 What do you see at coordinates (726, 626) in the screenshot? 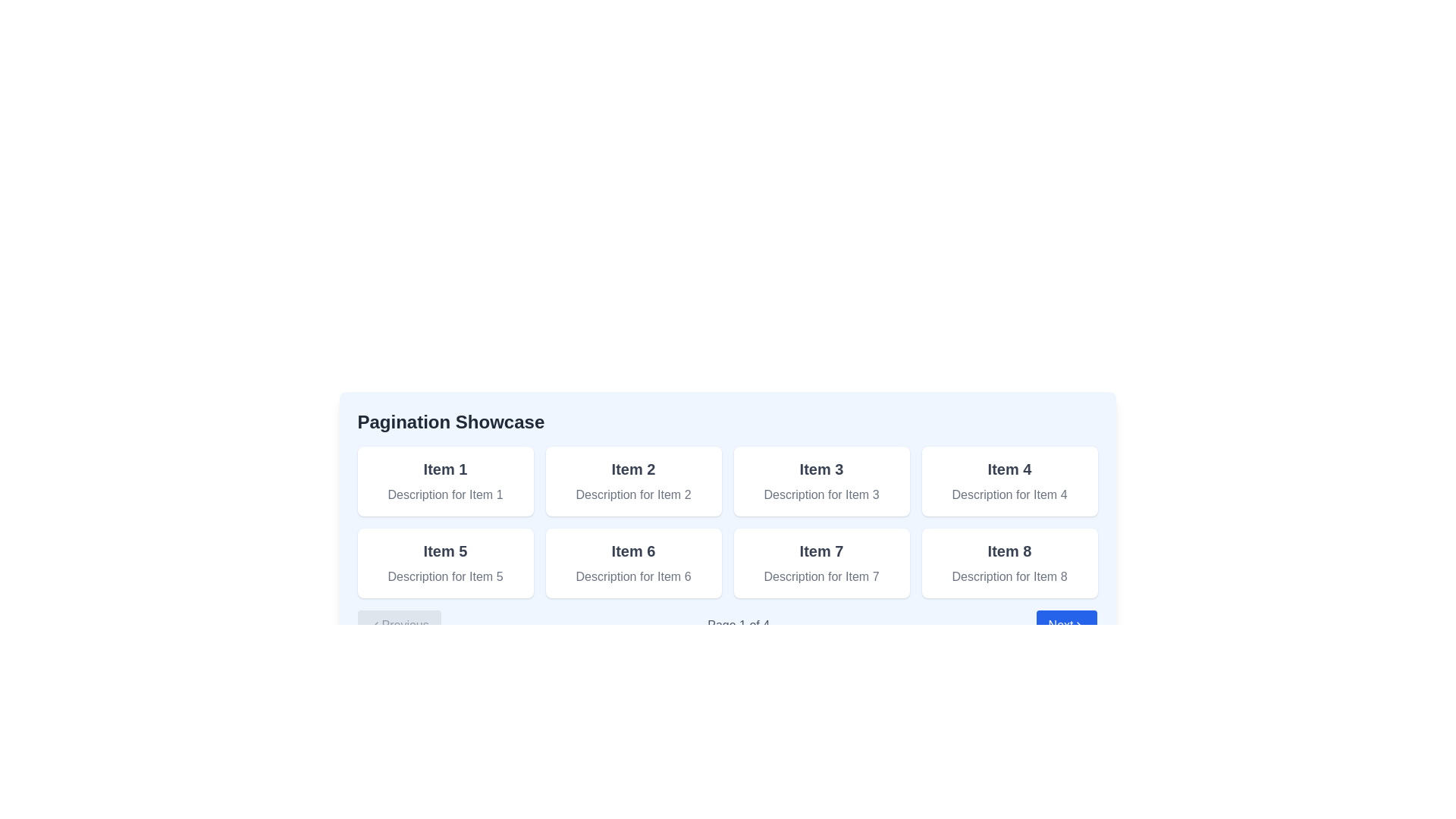
I see `the 'Next' button on the pagination bar located below the grid layout` at bounding box center [726, 626].